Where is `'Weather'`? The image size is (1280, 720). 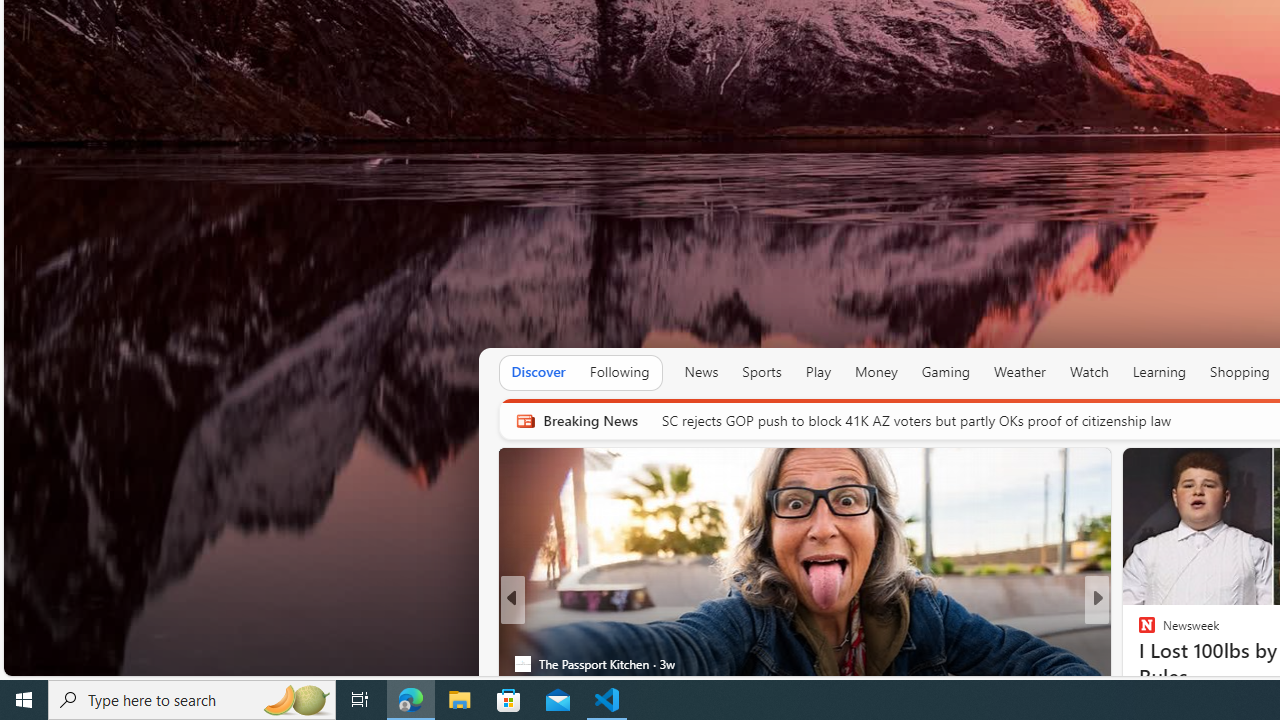 'Weather' is located at coordinates (1020, 372).